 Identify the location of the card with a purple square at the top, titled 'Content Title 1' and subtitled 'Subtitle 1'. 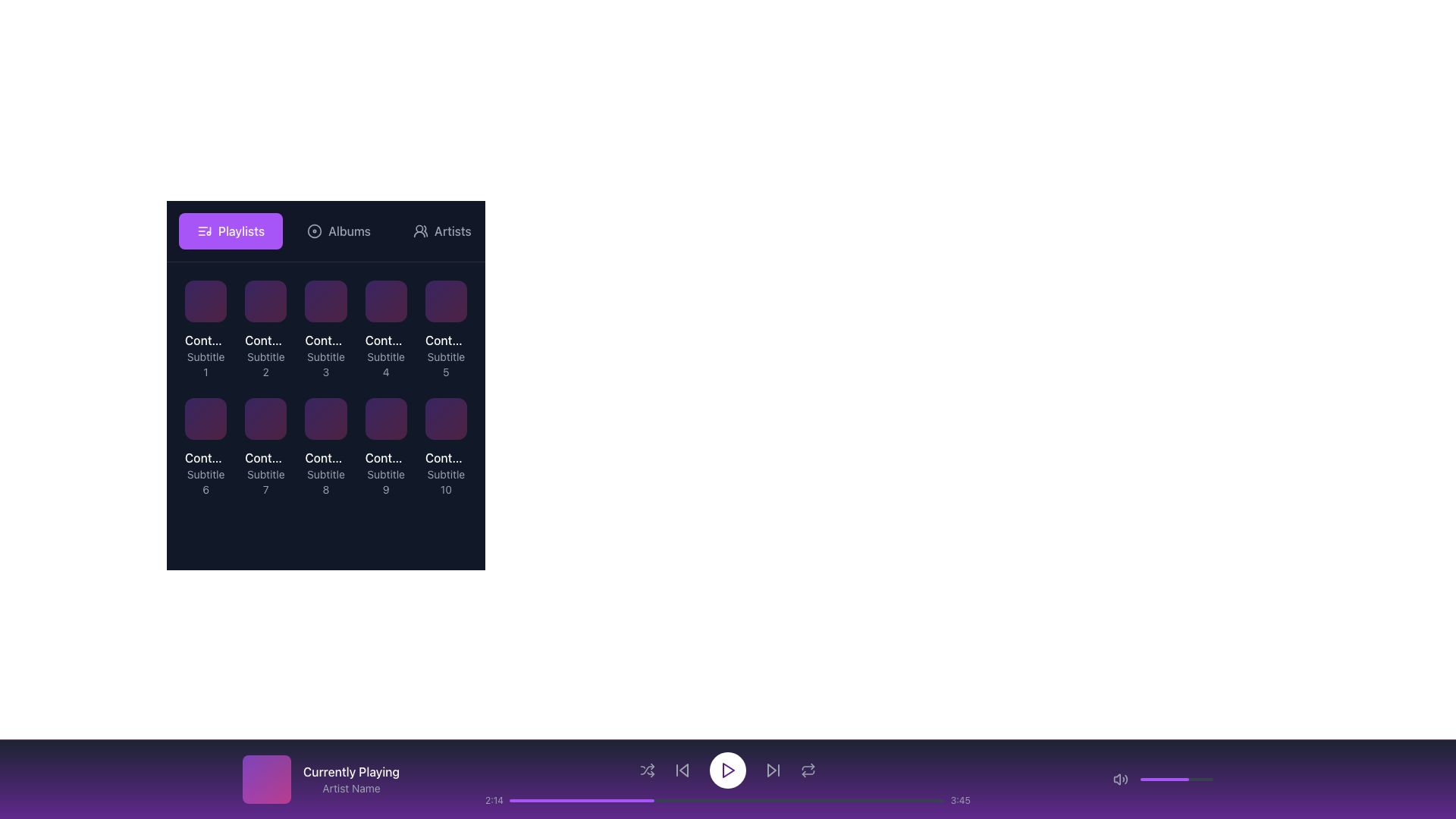
(205, 329).